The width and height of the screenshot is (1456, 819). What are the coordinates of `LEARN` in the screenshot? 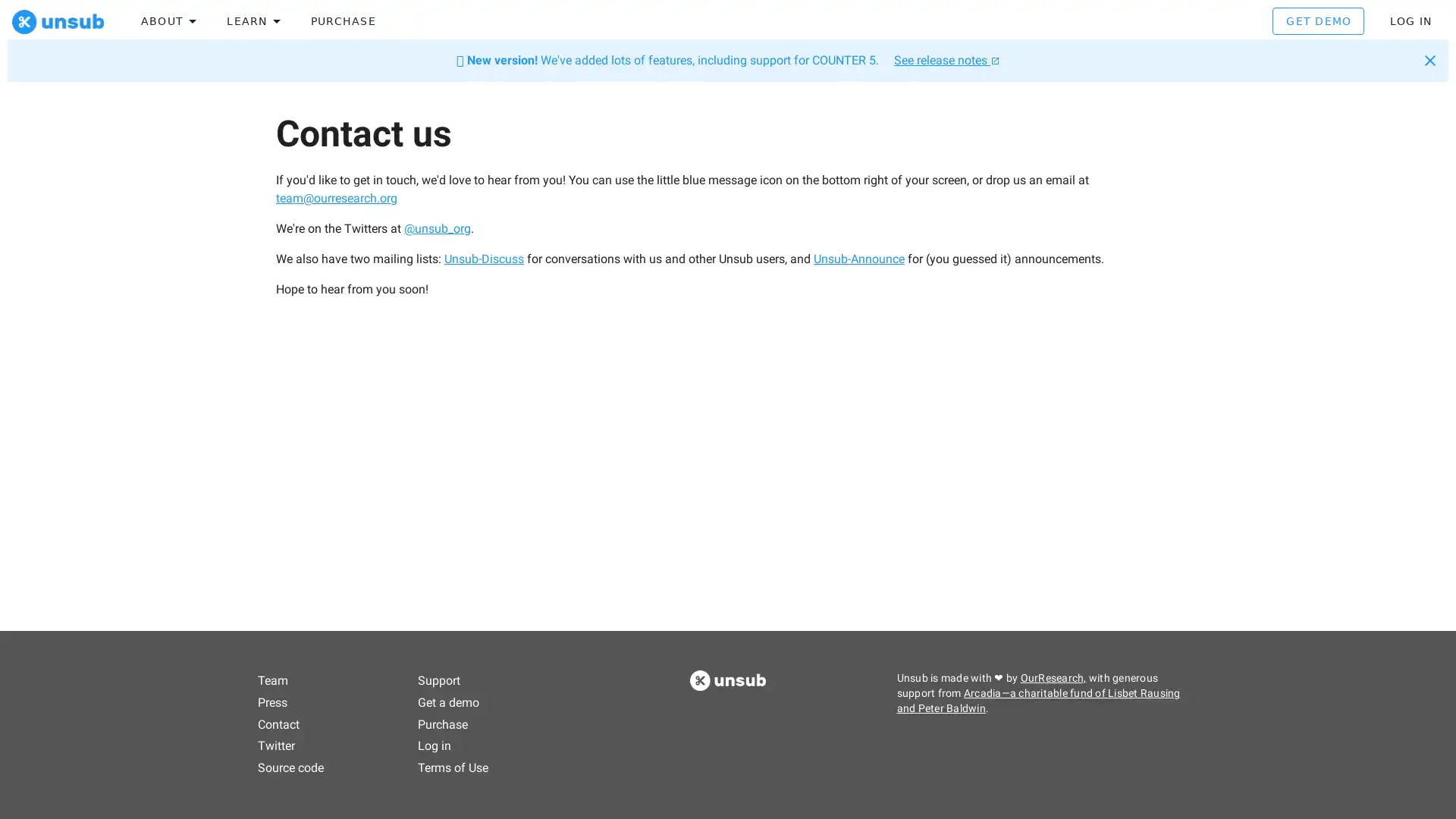 It's located at (251, 24).